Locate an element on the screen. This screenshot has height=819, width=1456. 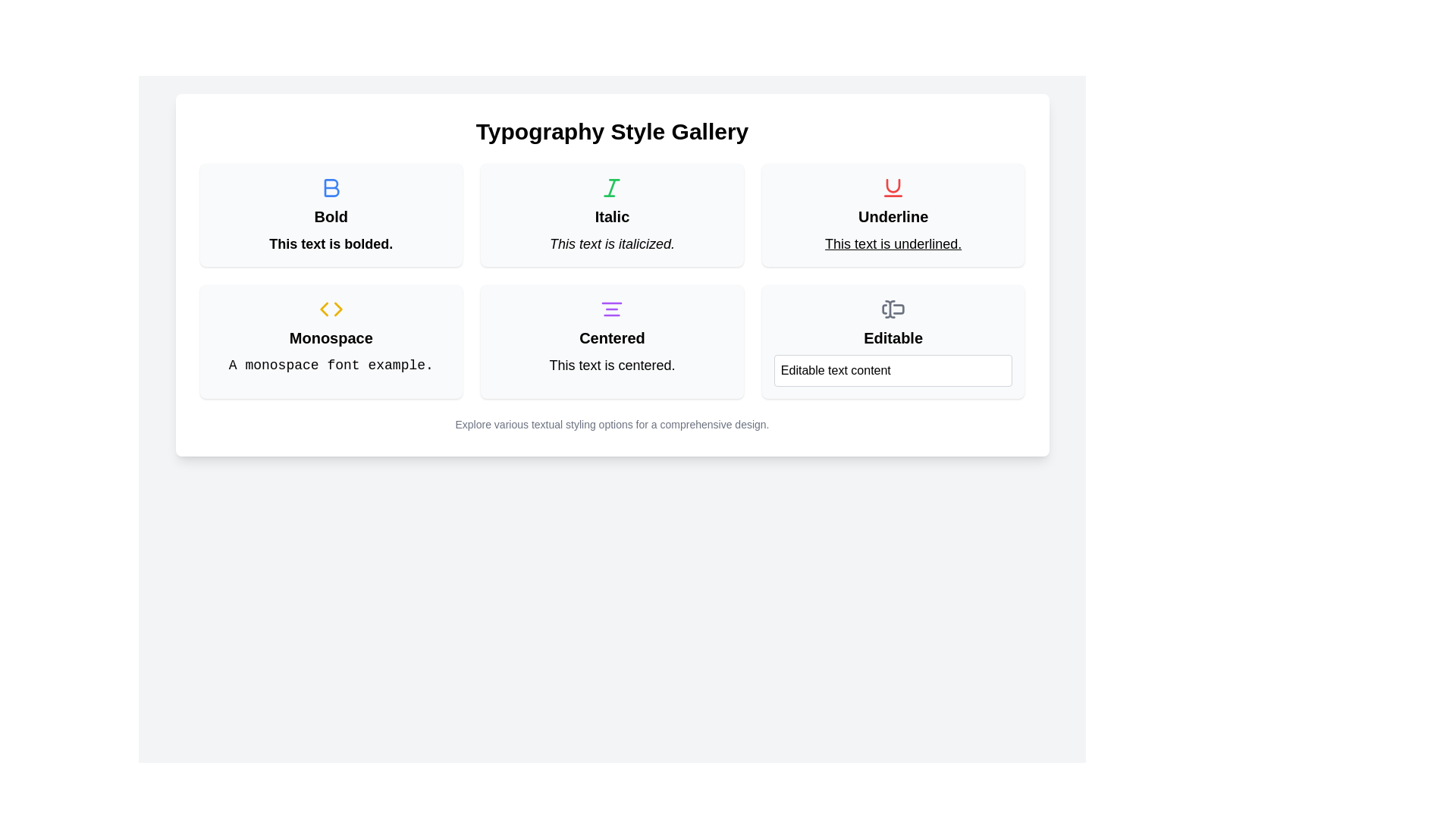
the icon that signifies code or programming-related concepts, located at the center of the 'Monospace' card in the bottom row of the Typography Style Gallery grid is located at coordinates (330, 309).